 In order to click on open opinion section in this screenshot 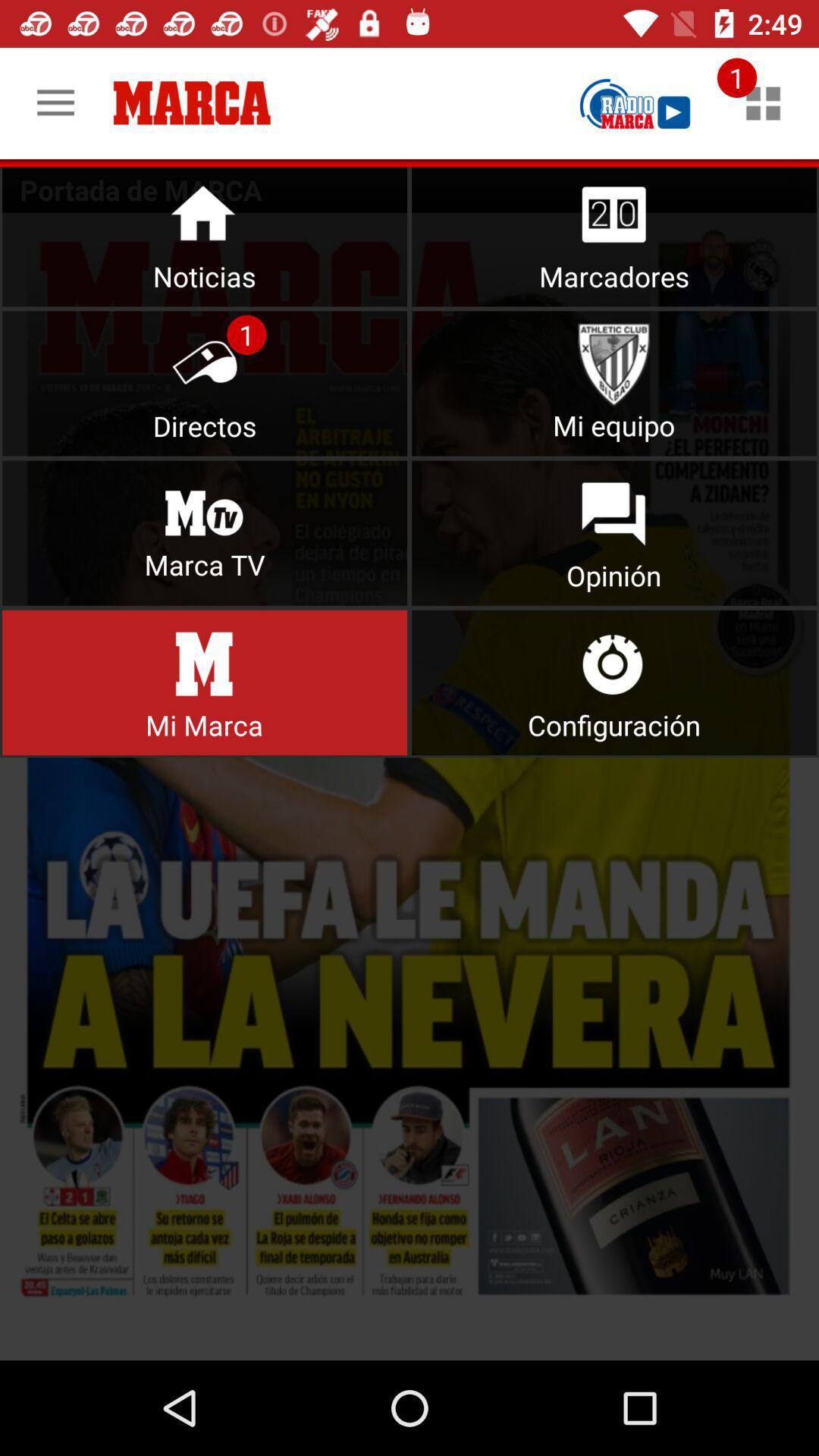, I will do `click(614, 533)`.